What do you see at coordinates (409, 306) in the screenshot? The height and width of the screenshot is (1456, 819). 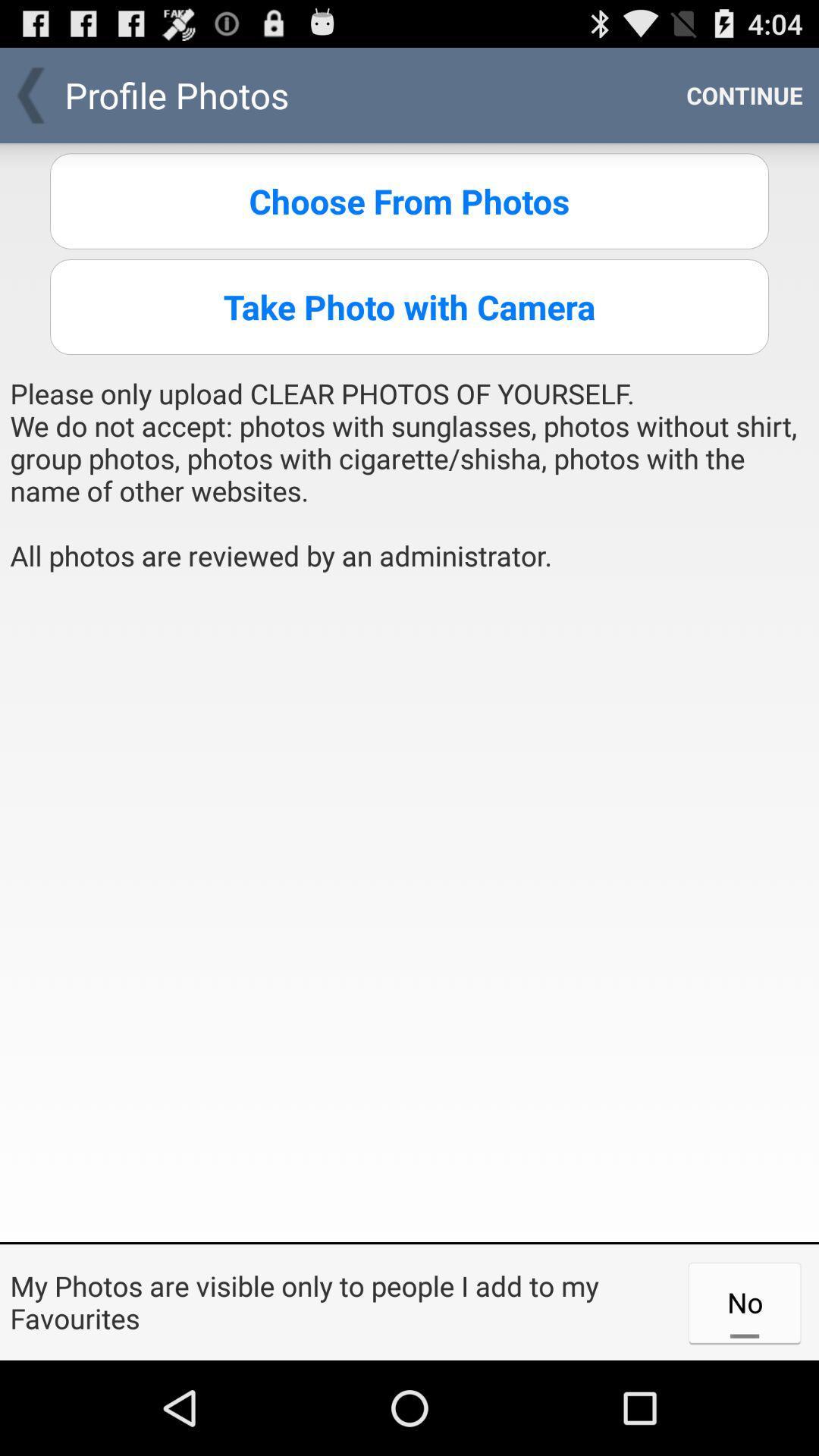 I see `take photo with` at bounding box center [409, 306].